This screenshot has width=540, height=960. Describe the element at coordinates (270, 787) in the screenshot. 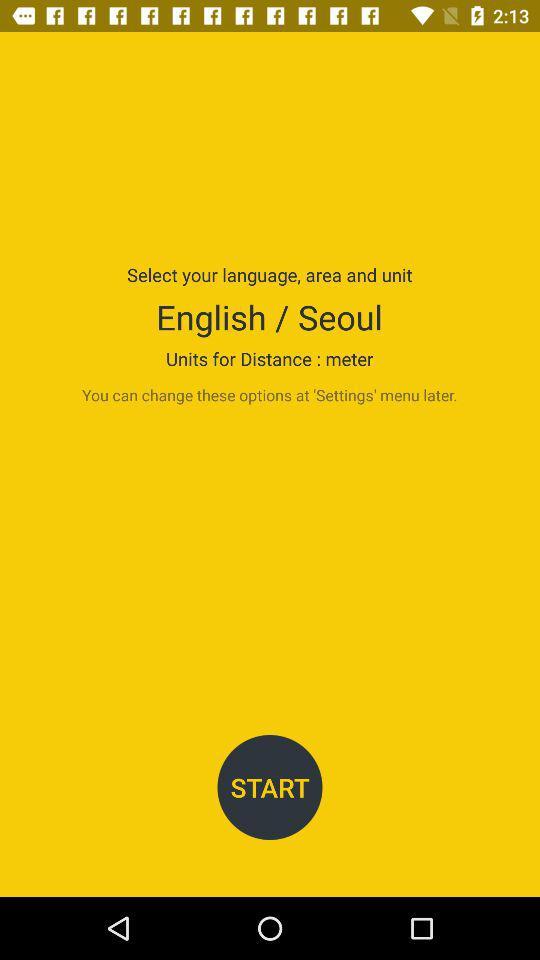

I see `start item` at that location.